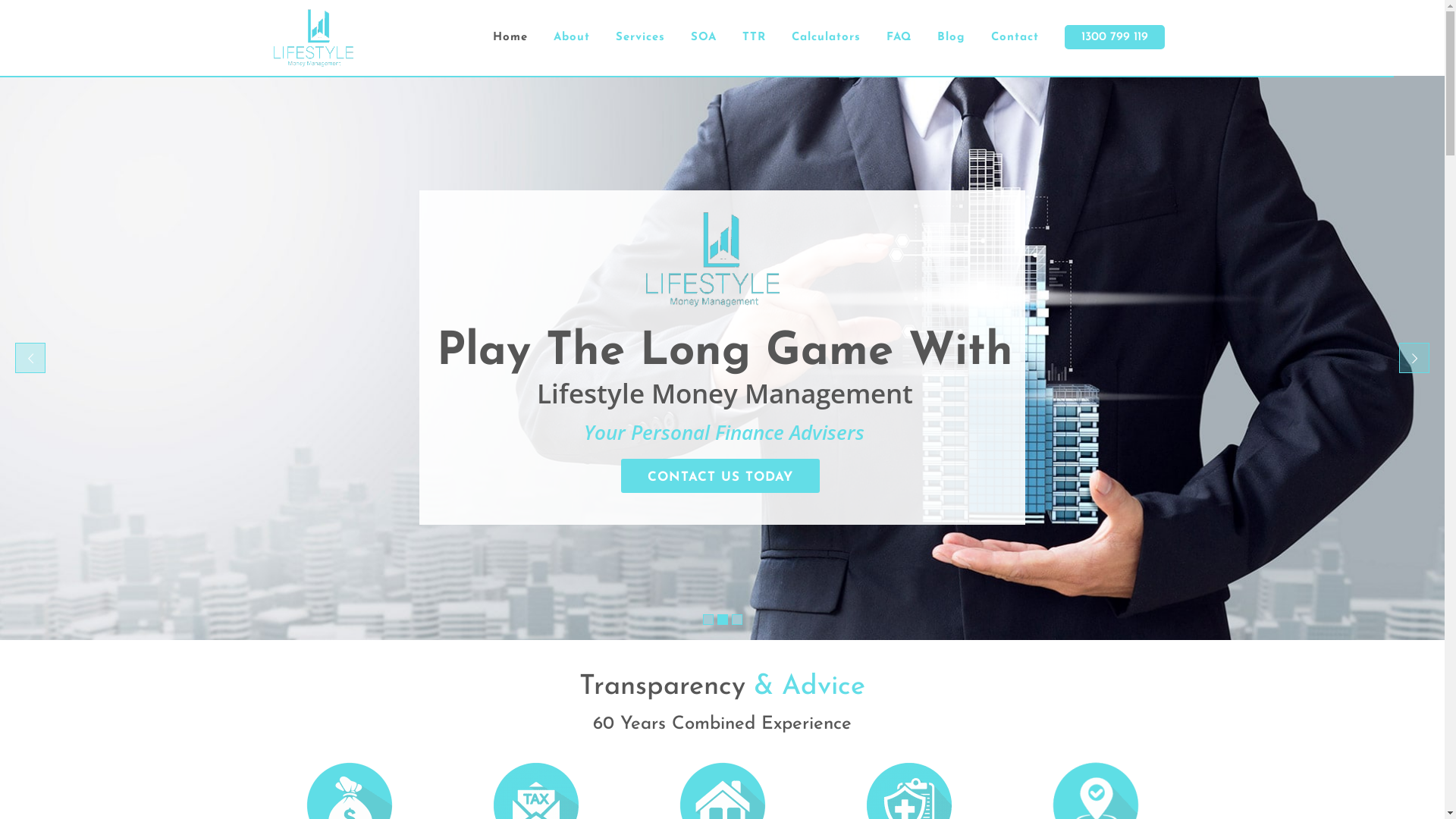  Describe the element at coordinates (1015, 37) in the screenshot. I see `'Contact'` at that location.